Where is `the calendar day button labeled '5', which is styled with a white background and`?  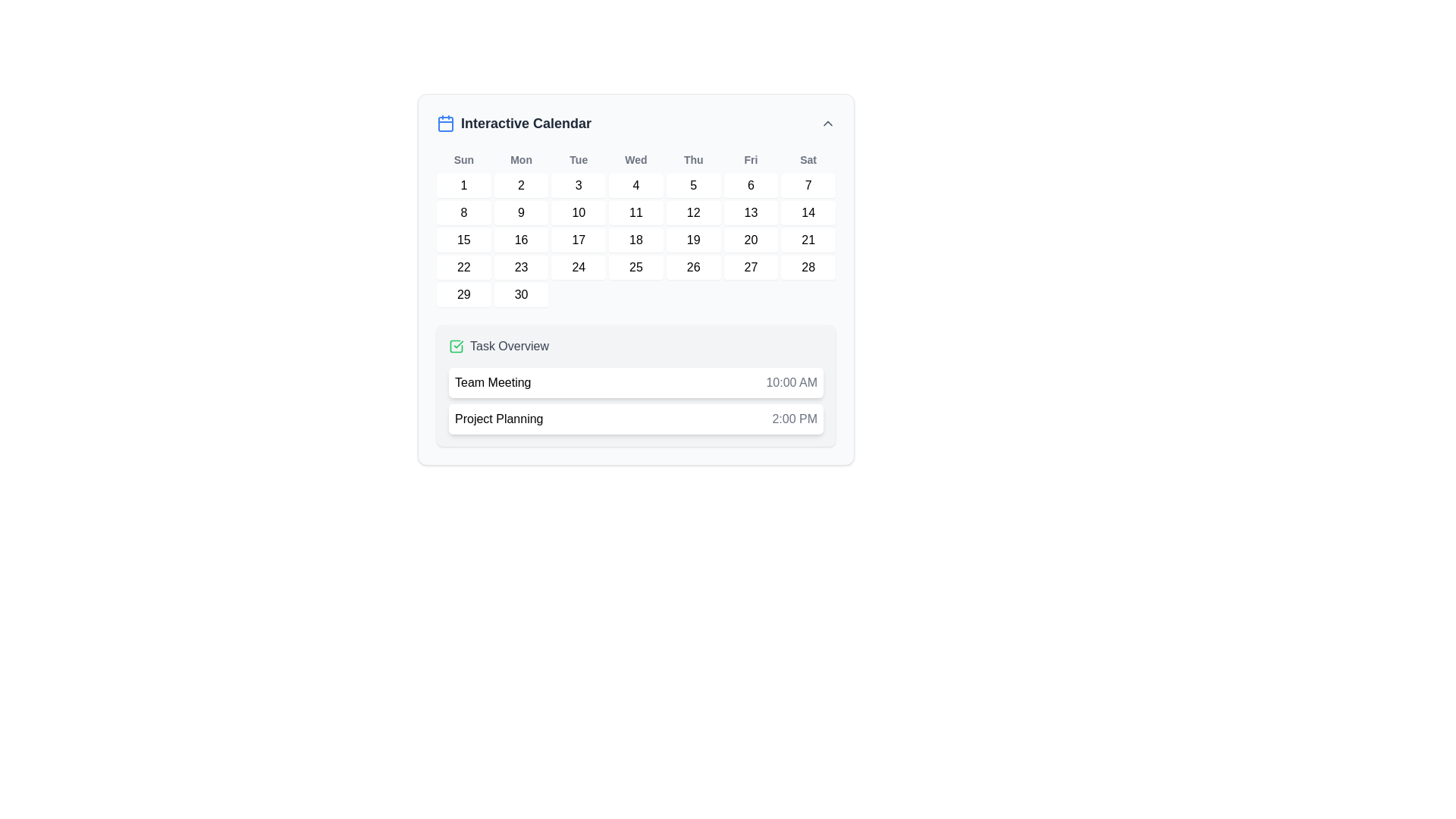 the calendar day button labeled '5', which is styled with a white background and is located at coordinates (692, 185).